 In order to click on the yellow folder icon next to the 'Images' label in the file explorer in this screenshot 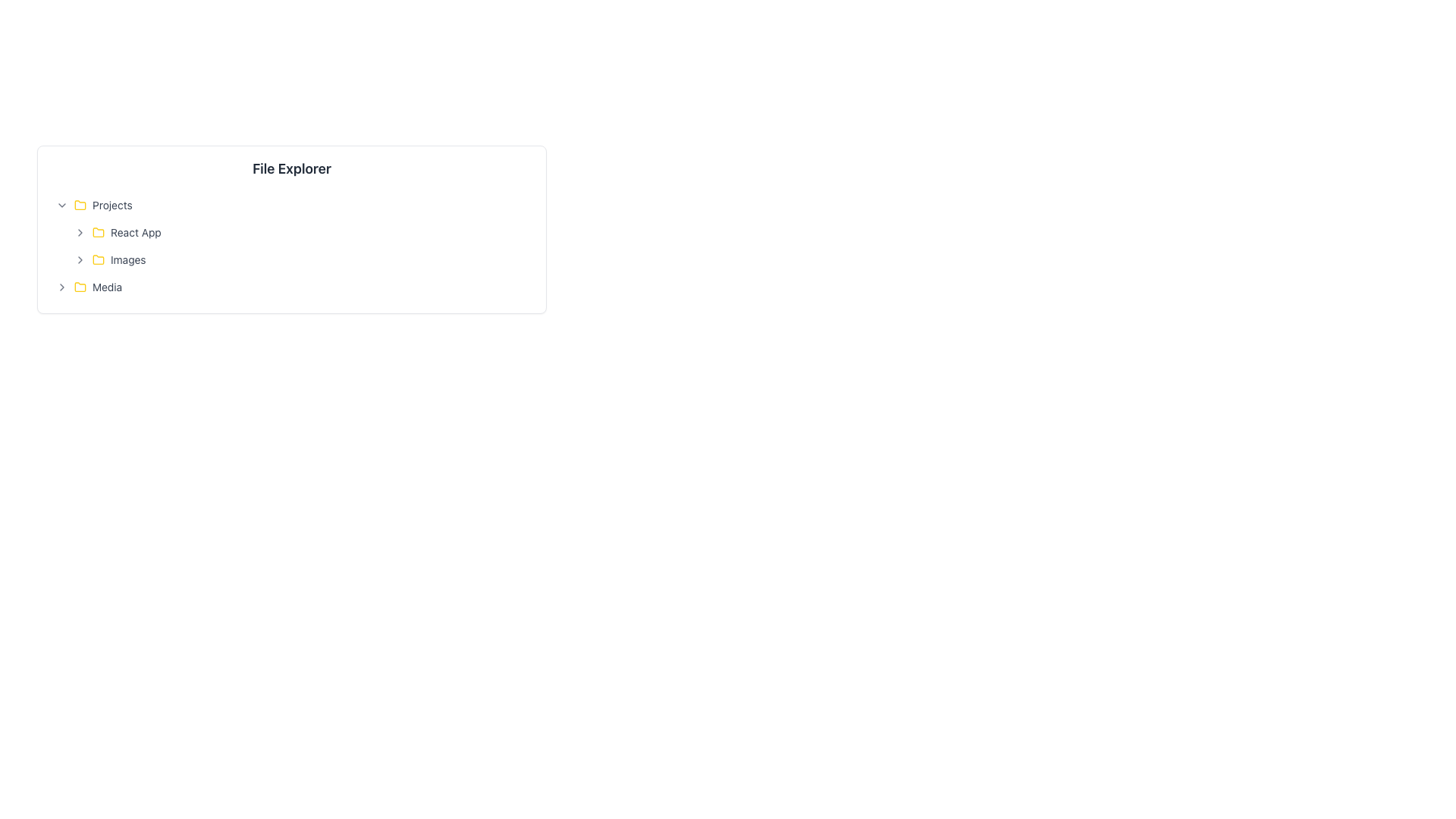, I will do `click(97, 259)`.